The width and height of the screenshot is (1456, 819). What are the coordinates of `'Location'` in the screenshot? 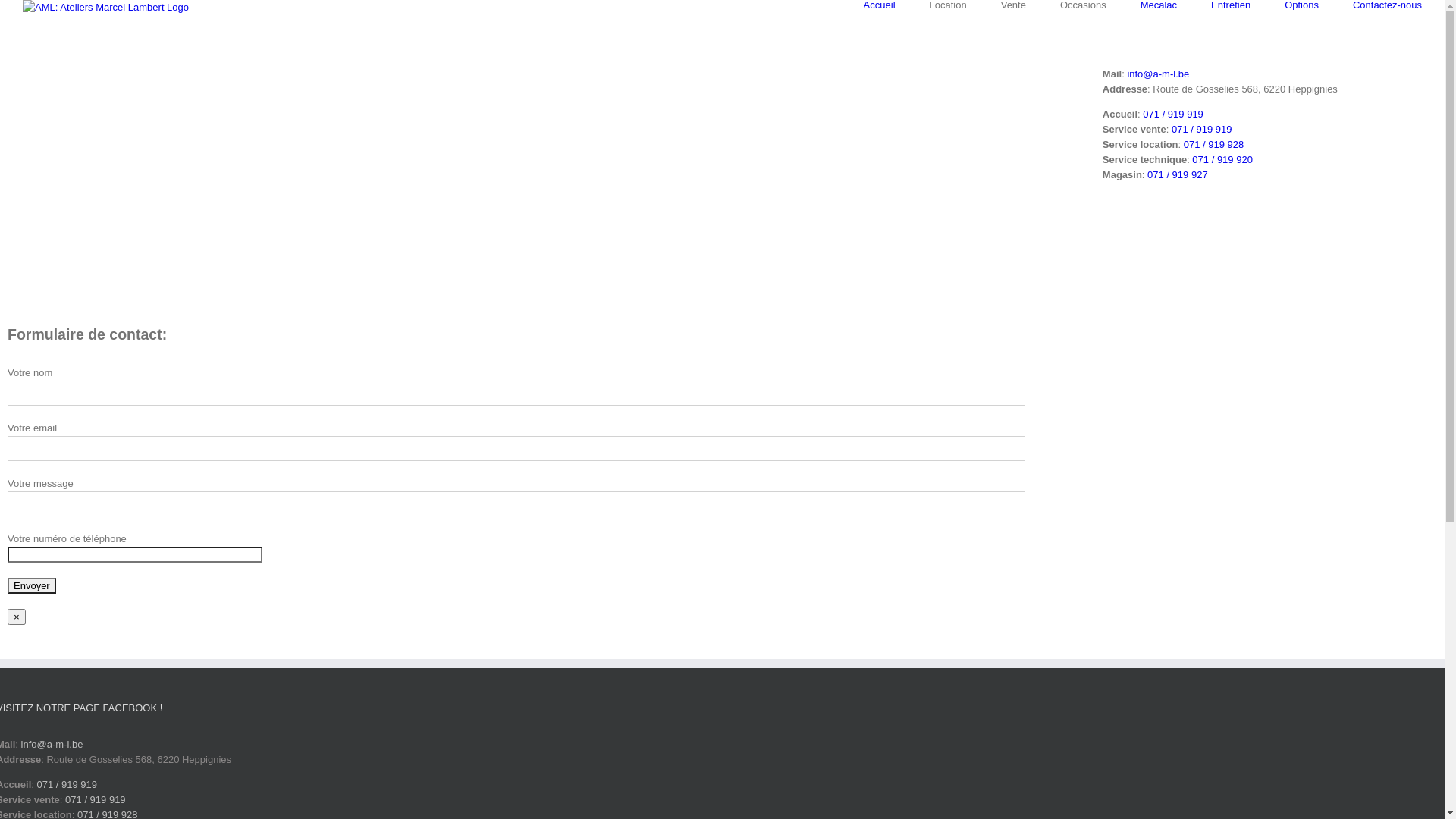 It's located at (947, 5).